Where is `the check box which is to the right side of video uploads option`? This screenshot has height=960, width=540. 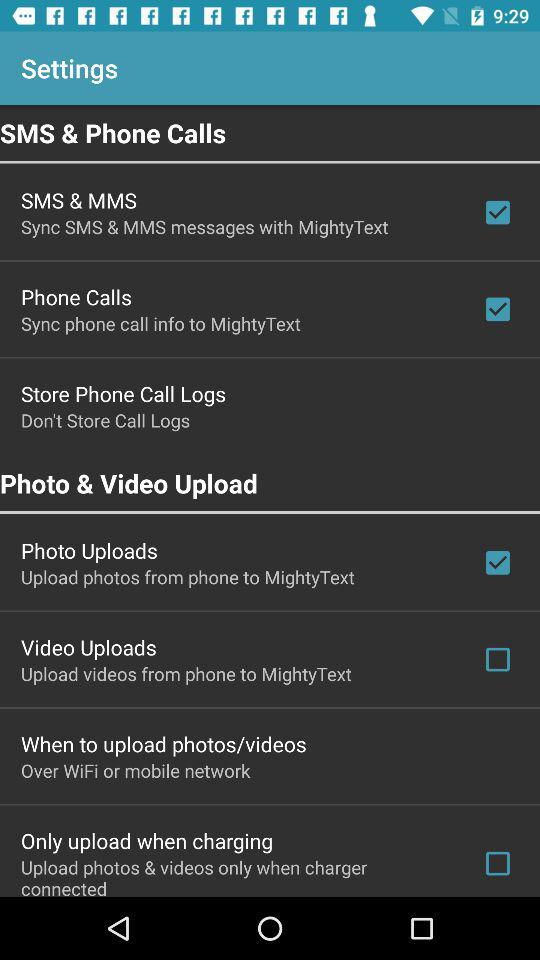 the check box which is to the right side of video uploads option is located at coordinates (496, 659).